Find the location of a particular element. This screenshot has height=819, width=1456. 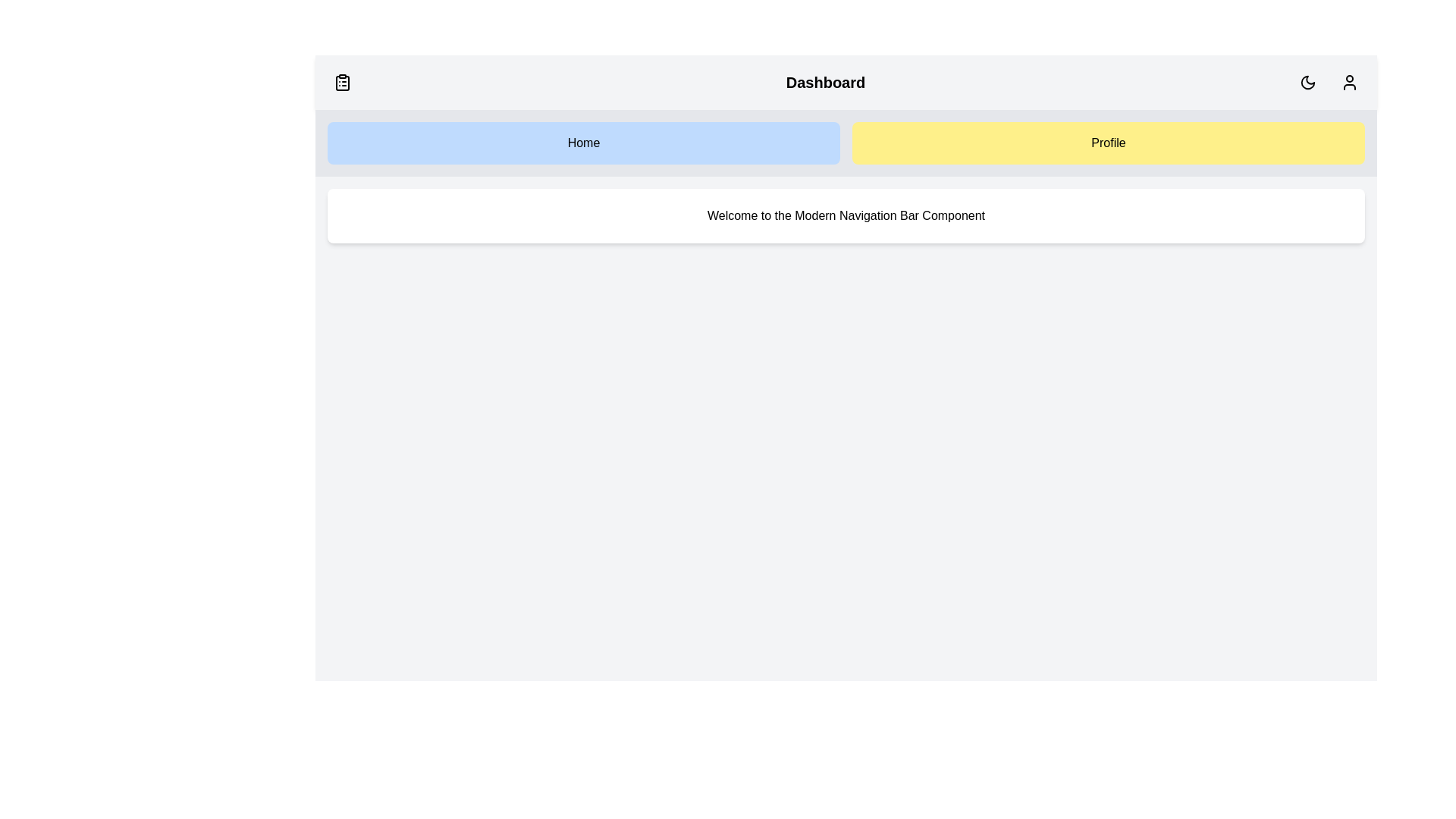

theme toggle button in the top-right corner of the navigation bar is located at coordinates (1307, 82).